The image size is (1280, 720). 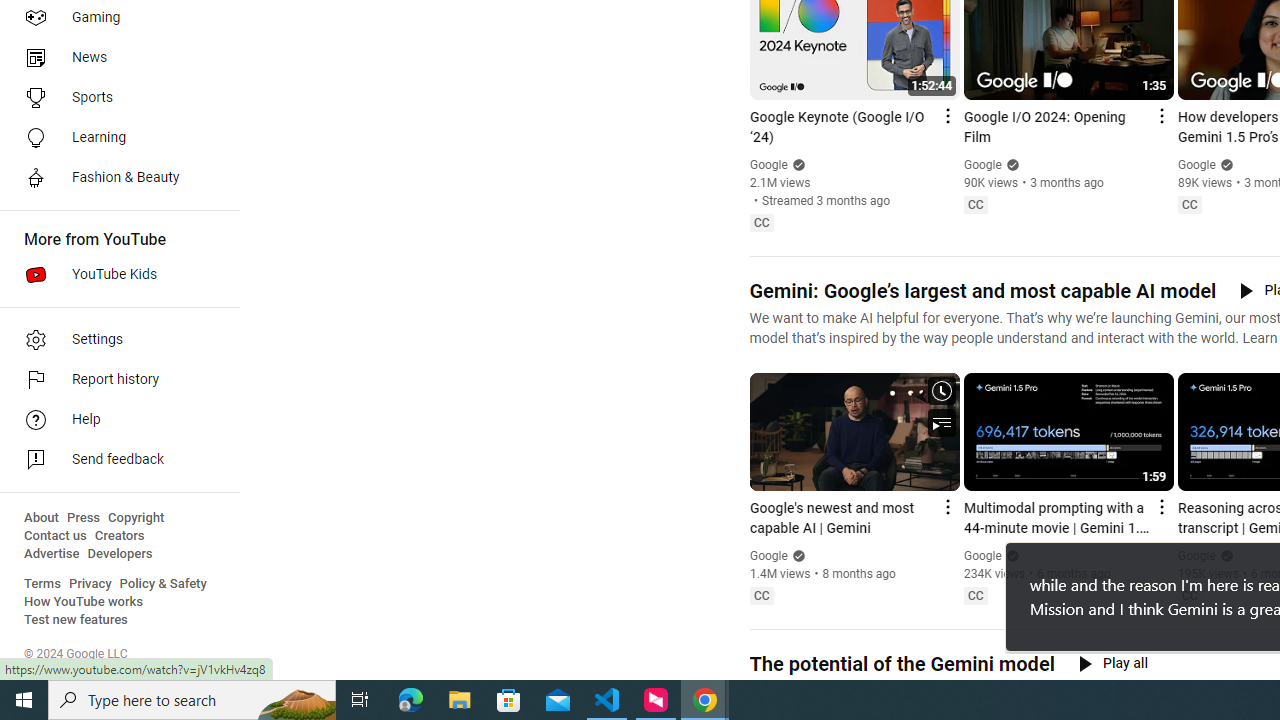 What do you see at coordinates (76, 619) in the screenshot?
I see `'Test new features'` at bounding box center [76, 619].